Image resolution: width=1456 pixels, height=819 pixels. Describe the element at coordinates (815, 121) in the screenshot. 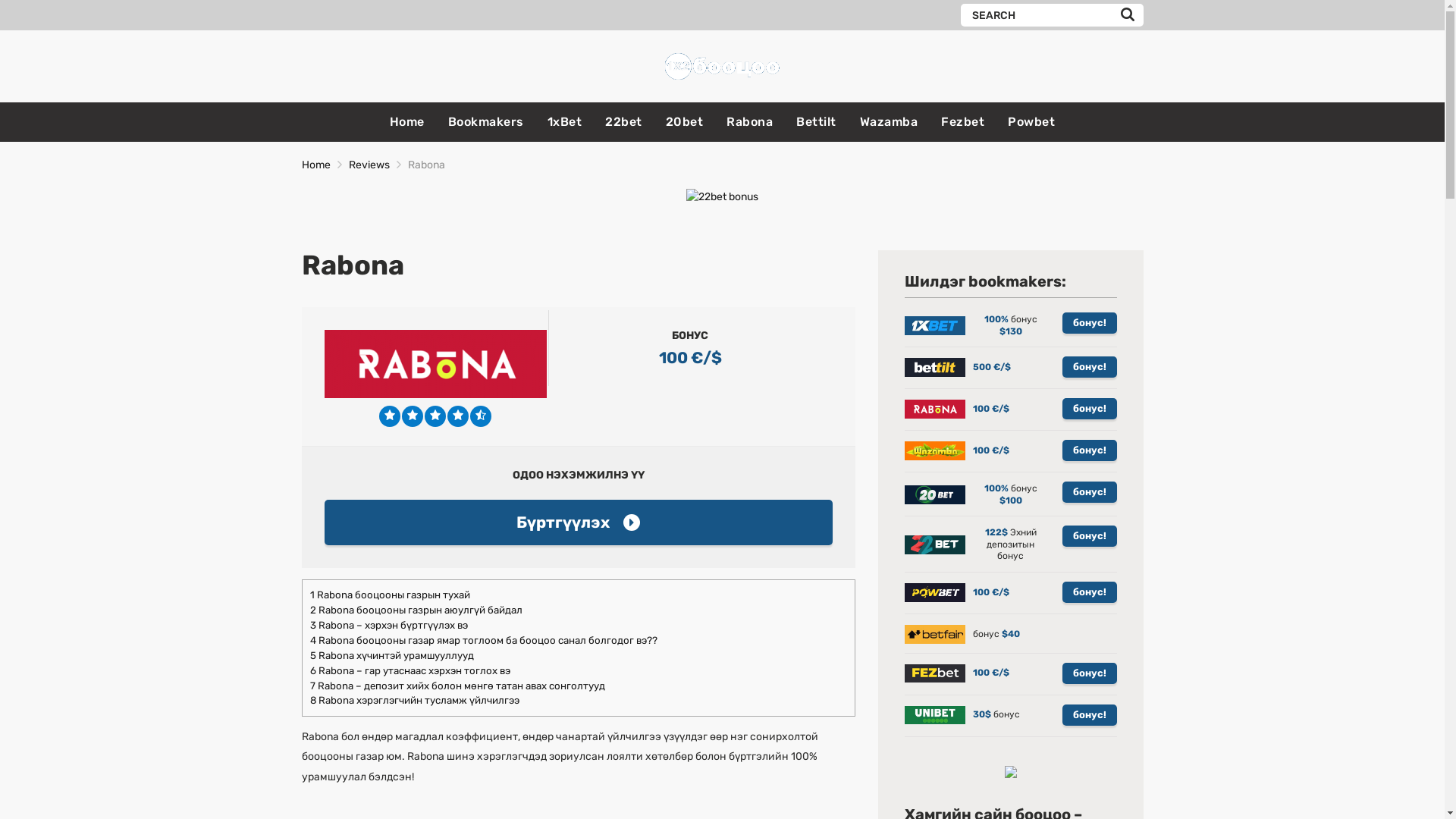

I see `'Bettilt'` at that location.